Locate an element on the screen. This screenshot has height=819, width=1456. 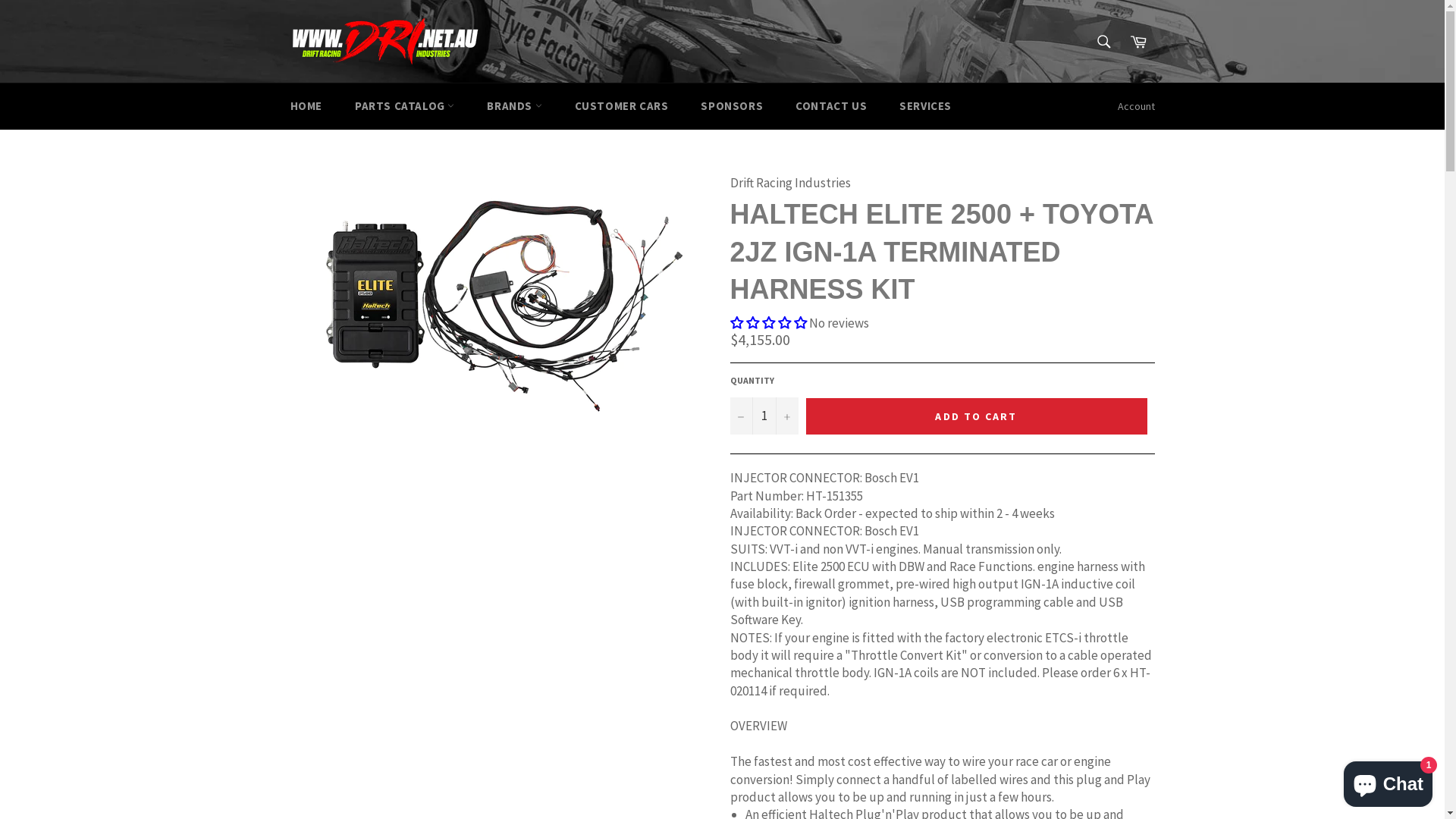
'CONTACT US' is located at coordinates (830, 105).